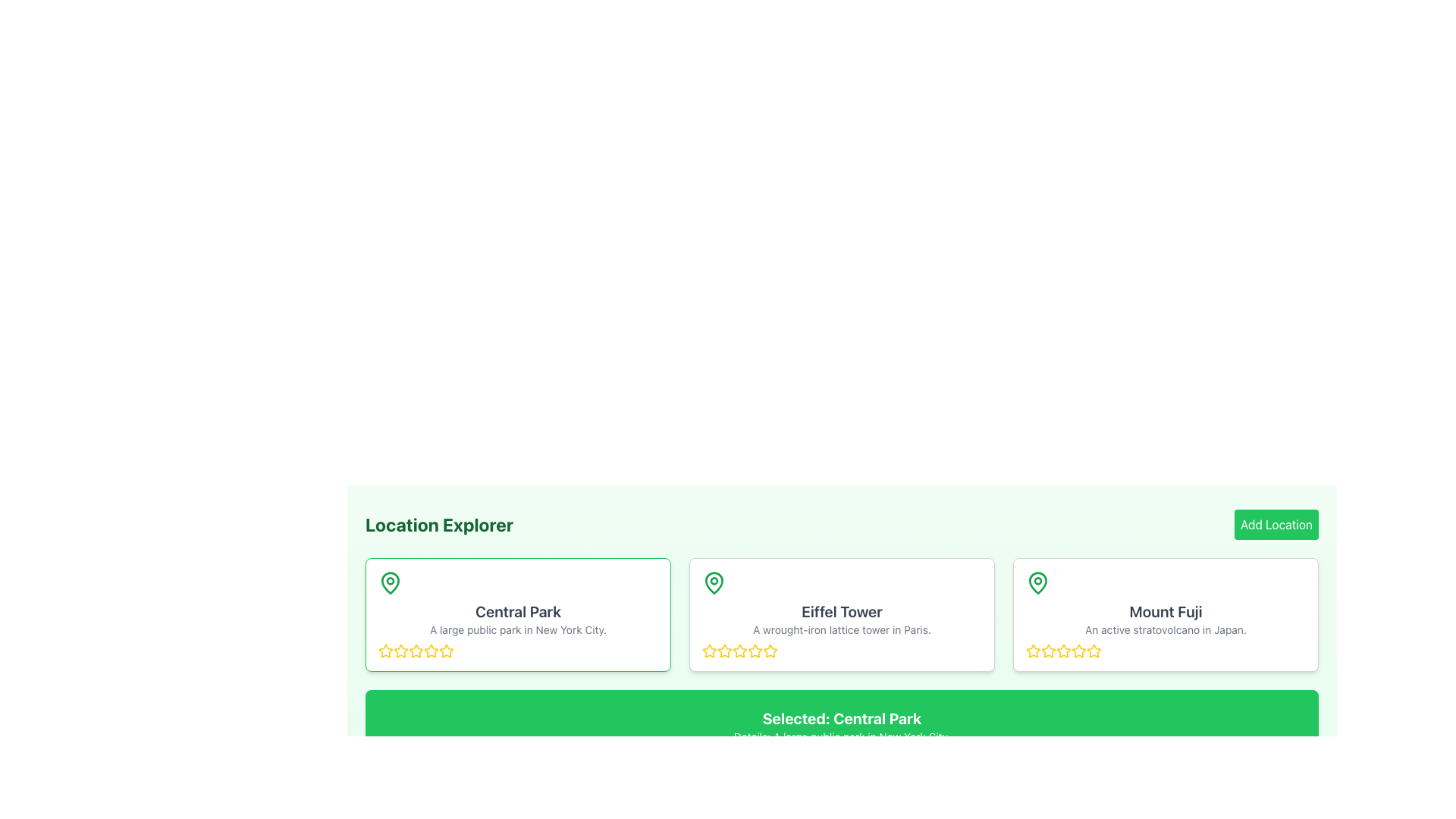  What do you see at coordinates (1078, 651) in the screenshot?
I see `the sixth yellow star icon in the star-rating system under the 'Mount Fuji' card` at bounding box center [1078, 651].